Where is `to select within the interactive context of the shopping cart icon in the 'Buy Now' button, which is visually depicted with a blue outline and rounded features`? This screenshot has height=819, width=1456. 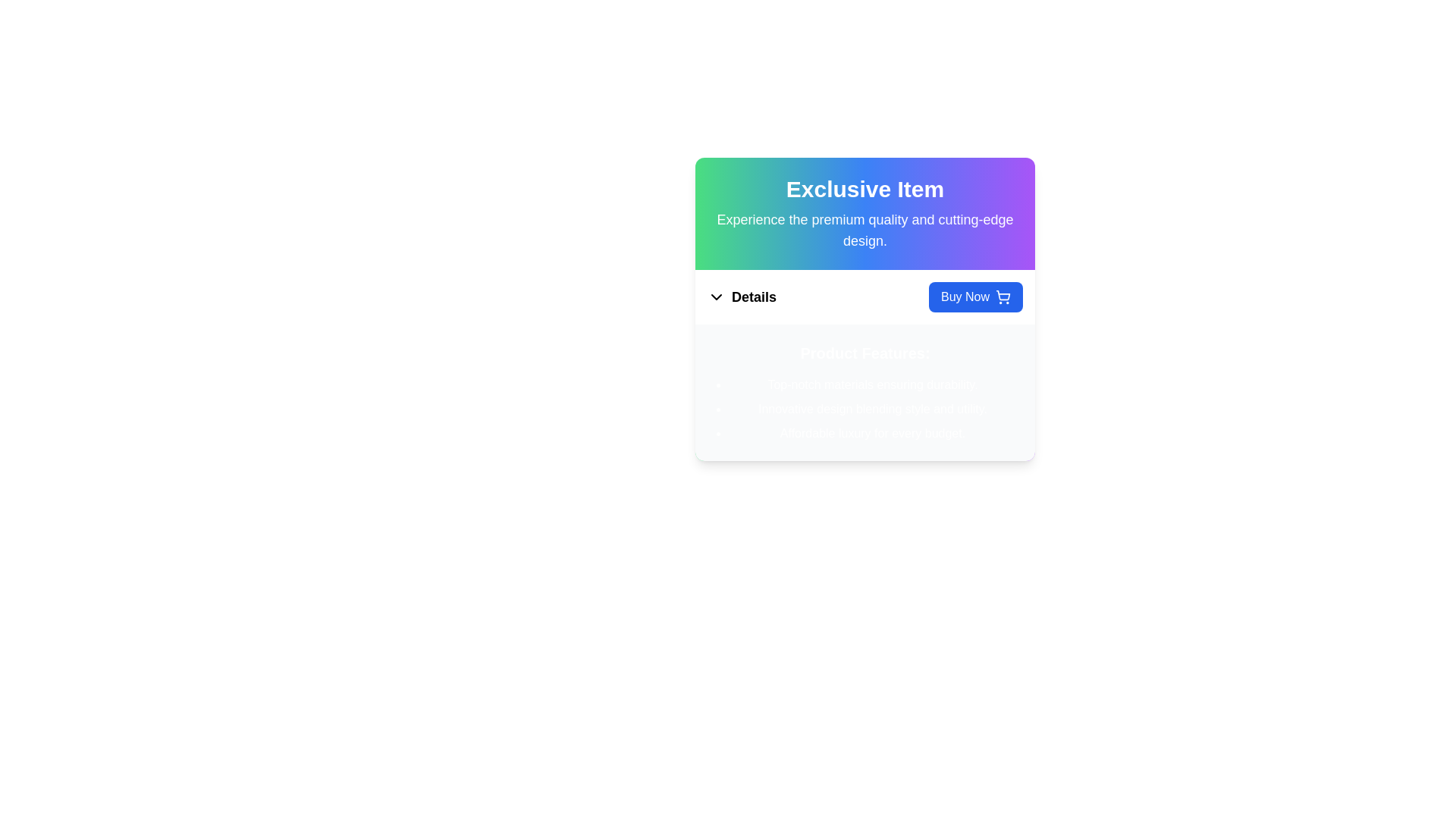 to select within the interactive context of the shopping cart icon in the 'Buy Now' button, which is visually depicted with a blue outline and rounded features is located at coordinates (1003, 295).